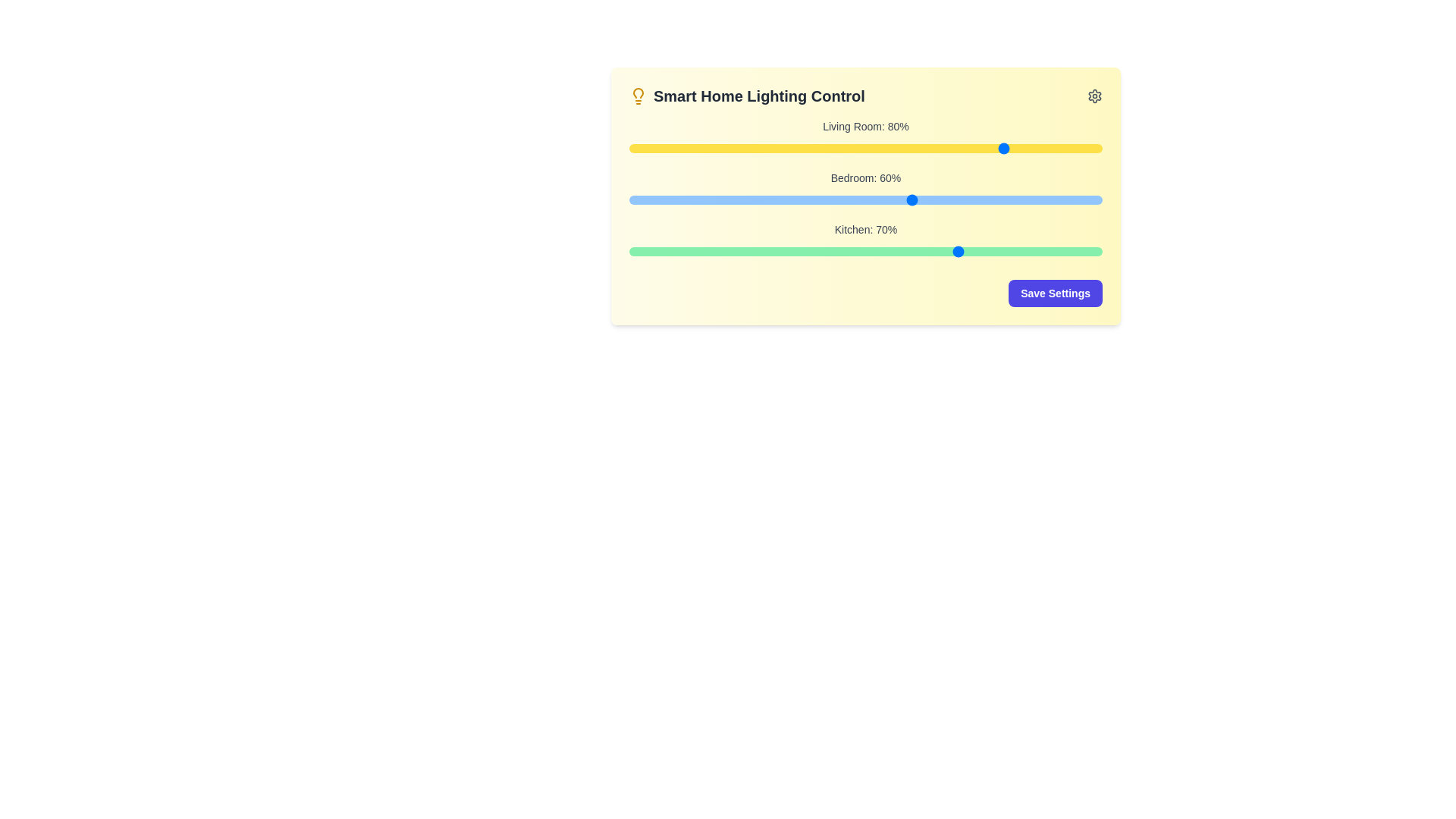  Describe the element at coordinates (648, 149) in the screenshot. I see `the Living Room brightness` at that location.